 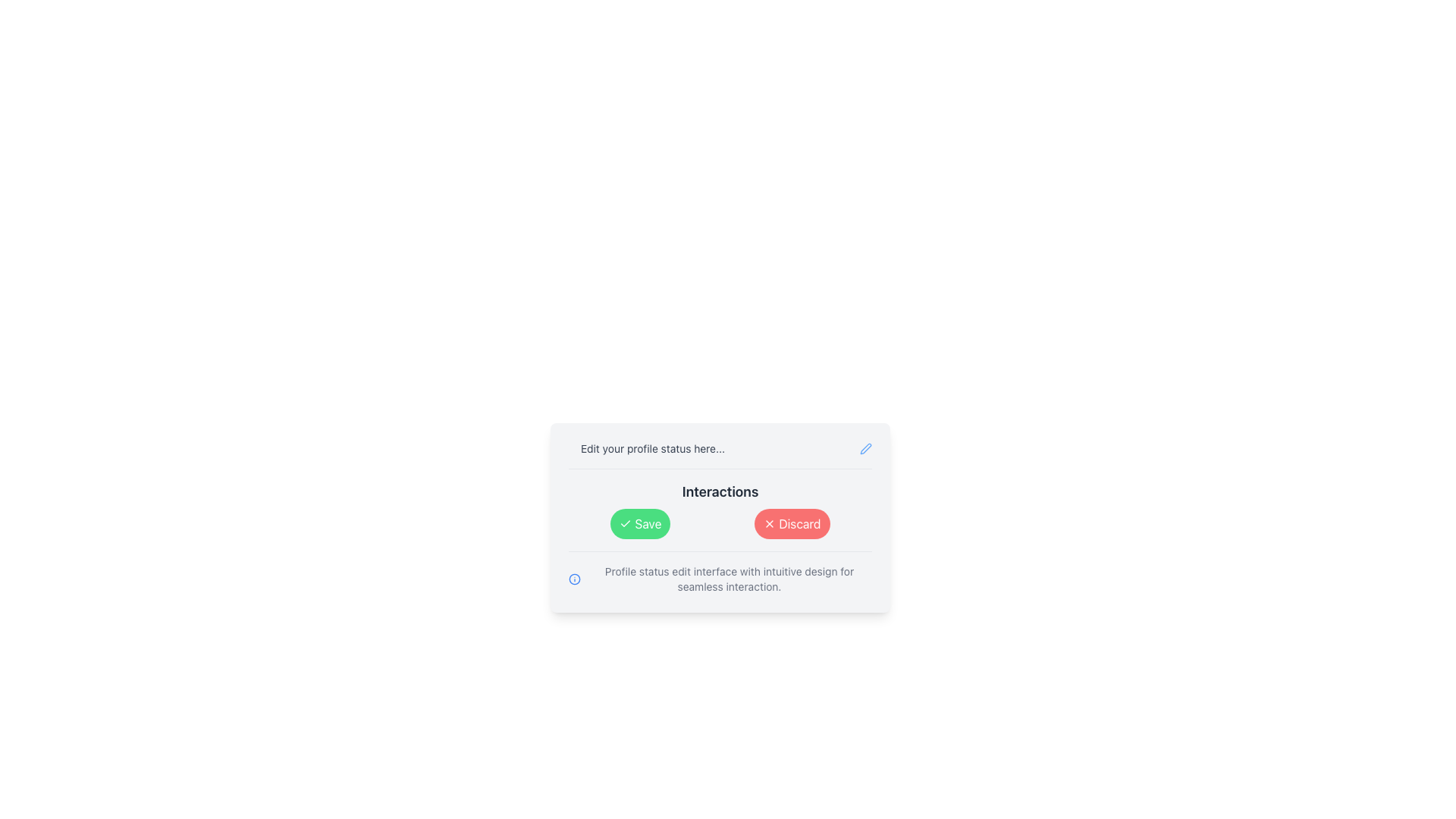 I want to click on the small blue pen icon located at the top-right corner next to the label 'Edit your profile status here...', so click(x=866, y=447).